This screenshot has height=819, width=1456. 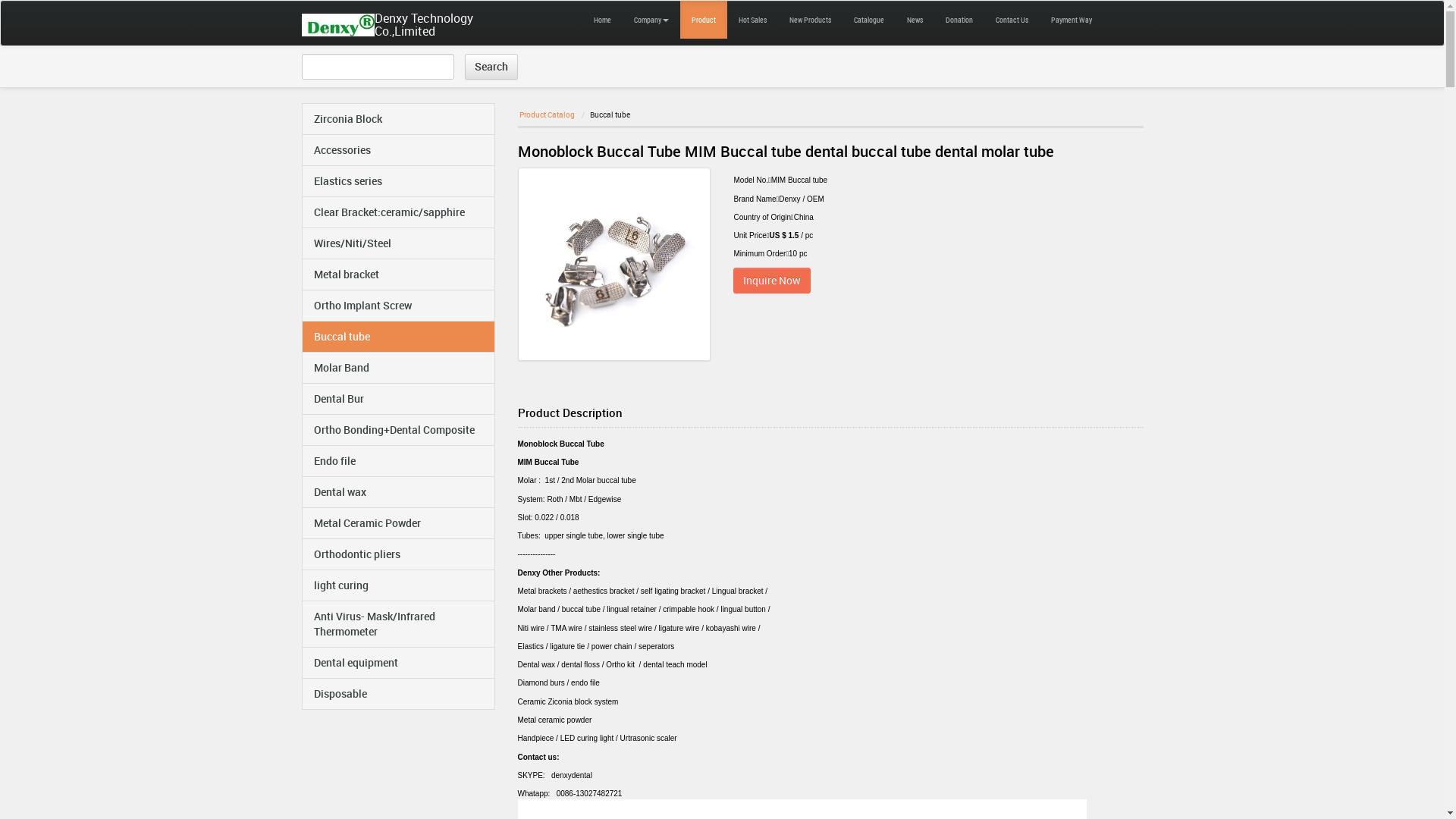 What do you see at coordinates (397, 584) in the screenshot?
I see `'light curing'` at bounding box center [397, 584].